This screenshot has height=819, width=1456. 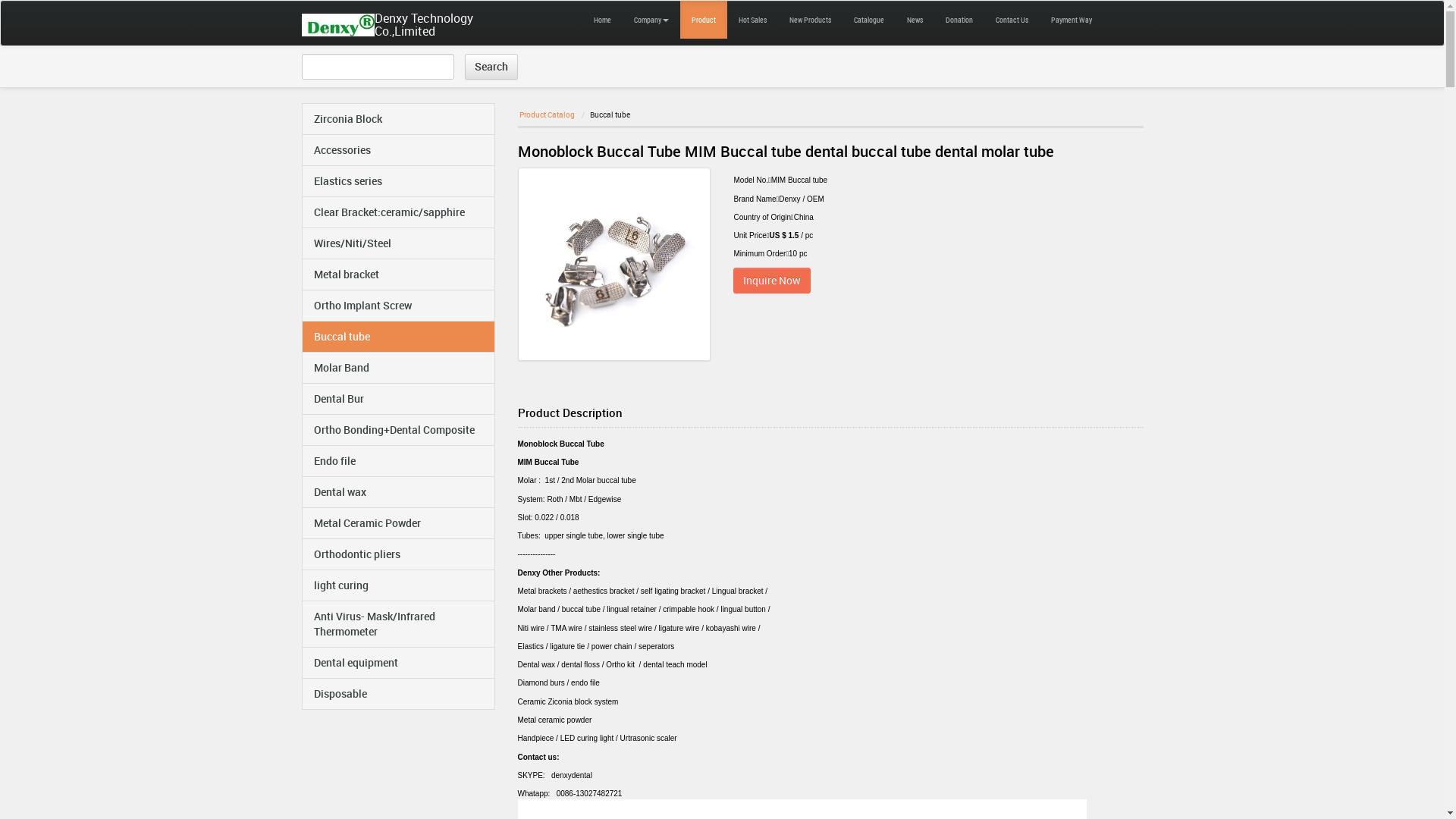 What do you see at coordinates (397, 584) in the screenshot?
I see `'light curing'` at bounding box center [397, 584].